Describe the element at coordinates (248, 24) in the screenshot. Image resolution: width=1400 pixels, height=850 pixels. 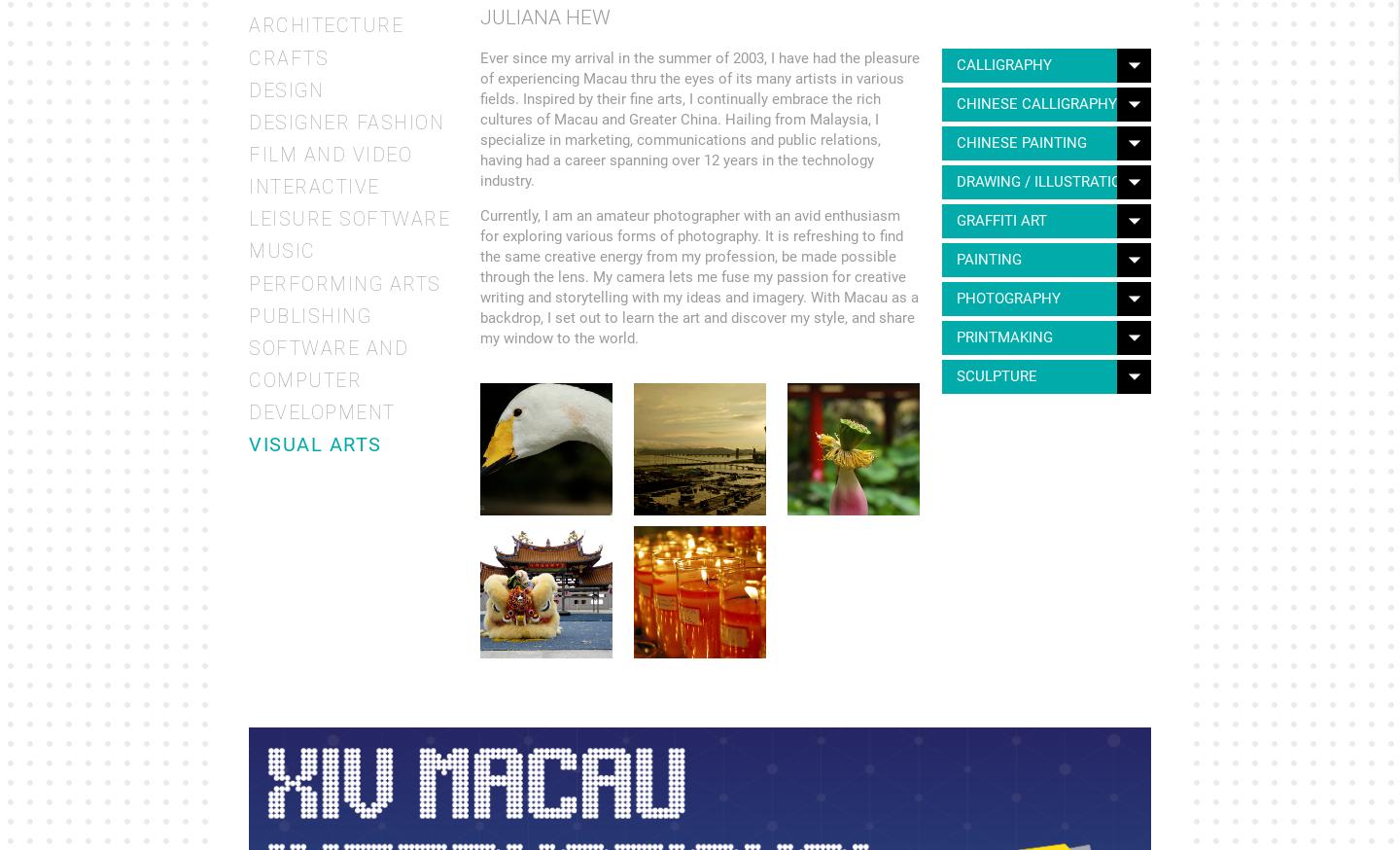
I see `'Architecture'` at that location.